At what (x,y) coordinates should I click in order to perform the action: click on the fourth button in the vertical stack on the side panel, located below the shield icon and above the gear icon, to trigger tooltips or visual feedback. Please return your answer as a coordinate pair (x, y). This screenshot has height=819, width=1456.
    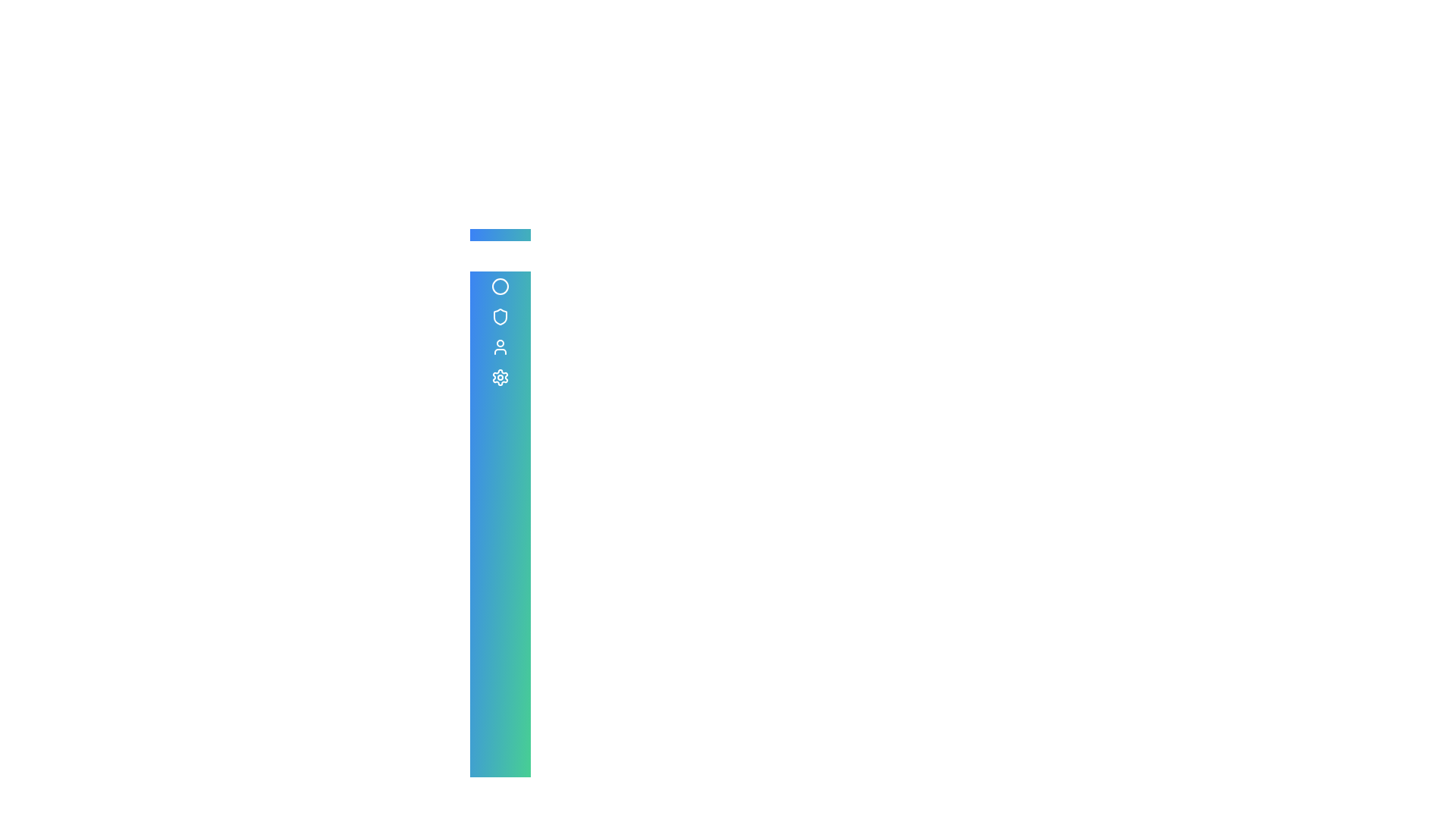
    Looking at the image, I should click on (500, 347).